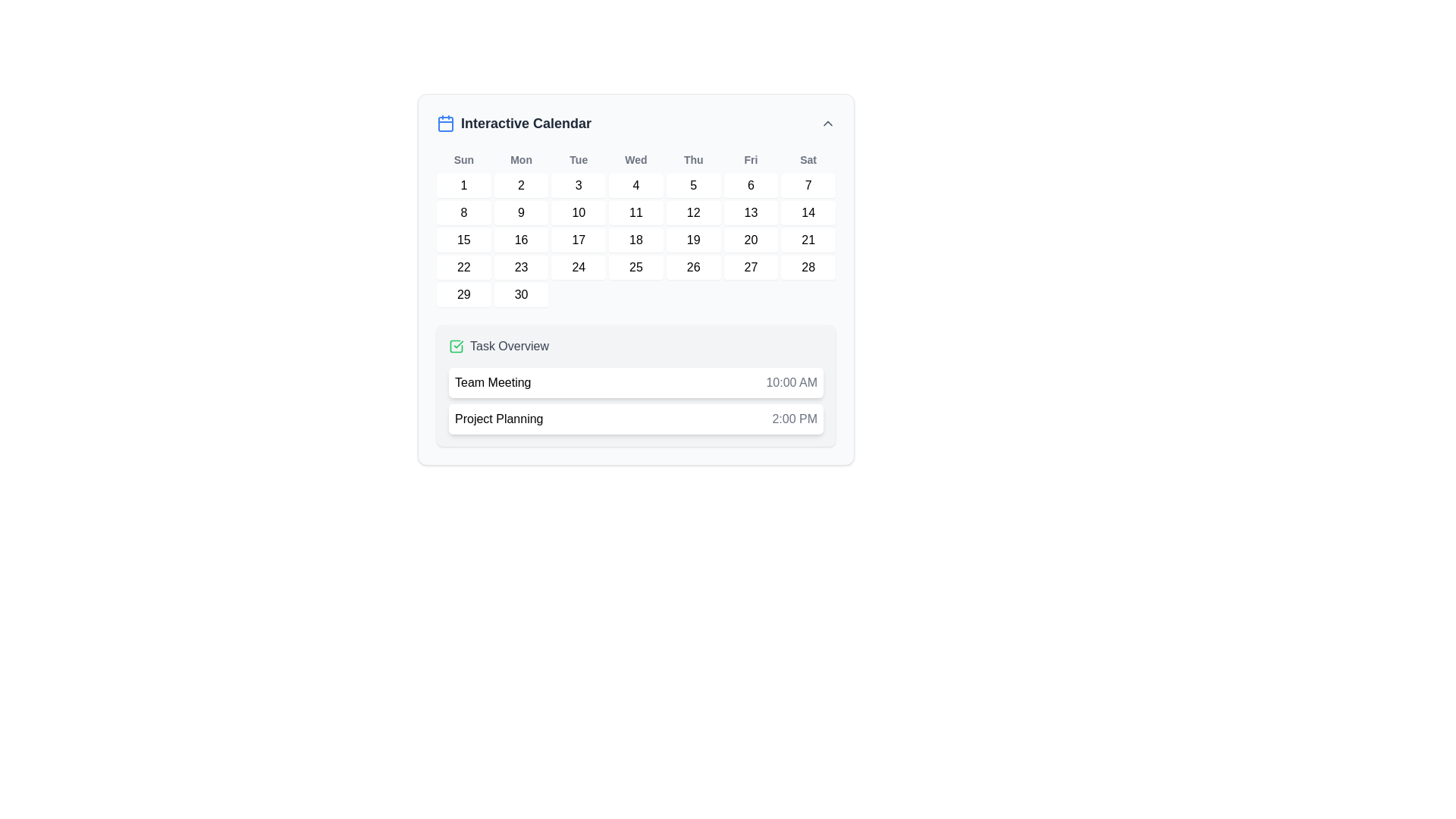  I want to click on the small square-shaped button labeled '24' with a white background, so click(578, 267).